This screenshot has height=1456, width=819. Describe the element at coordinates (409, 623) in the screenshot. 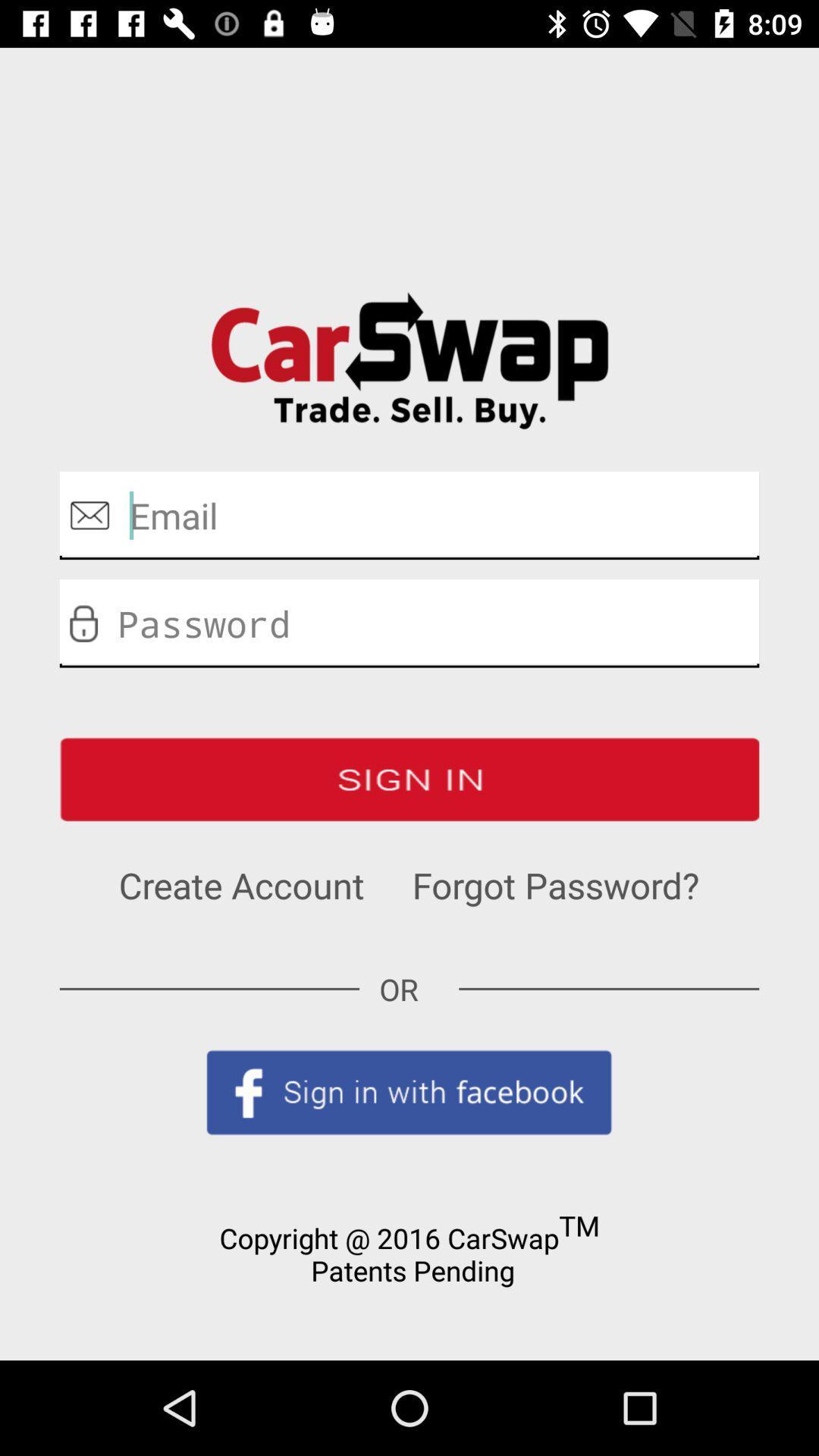

I see `type in password` at that location.